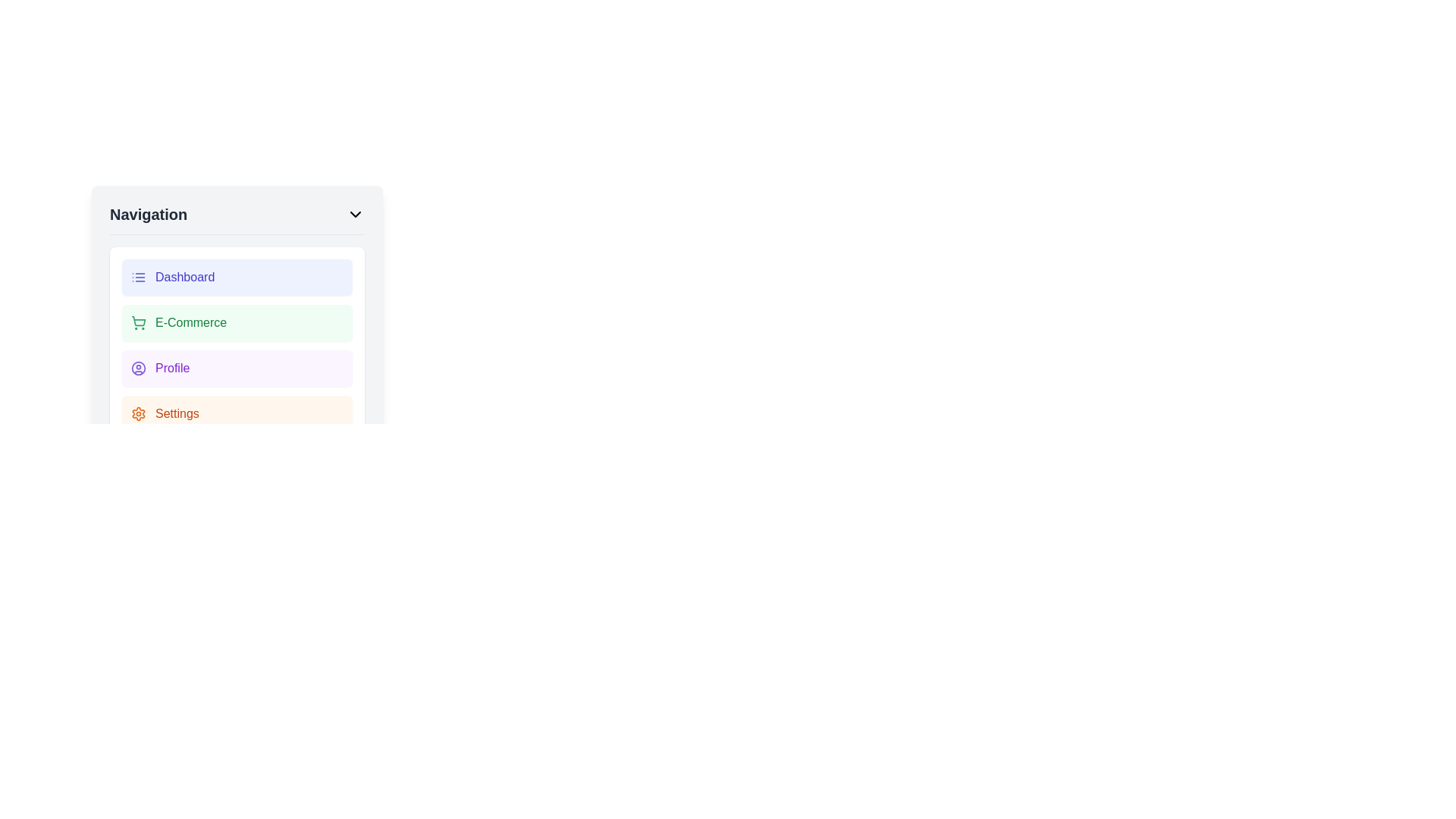 The image size is (1456, 819). Describe the element at coordinates (236, 345) in the screenshot. I see `the navigation button located below the 'Dashboard' and above the 'Profile' in the vertical navigation list` at that location.